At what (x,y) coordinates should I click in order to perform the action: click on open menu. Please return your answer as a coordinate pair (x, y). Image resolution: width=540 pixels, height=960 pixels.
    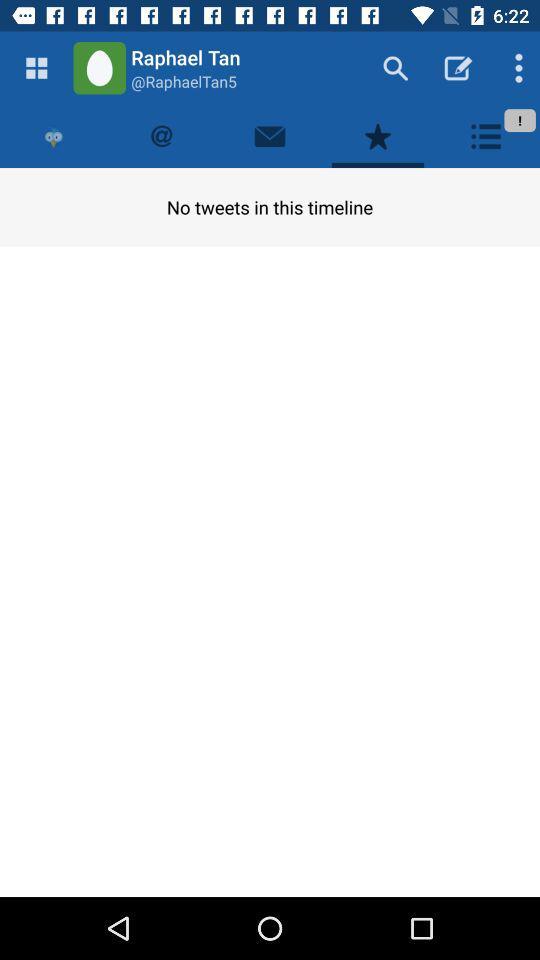
    Looking at the image, I should click on (36, 68).